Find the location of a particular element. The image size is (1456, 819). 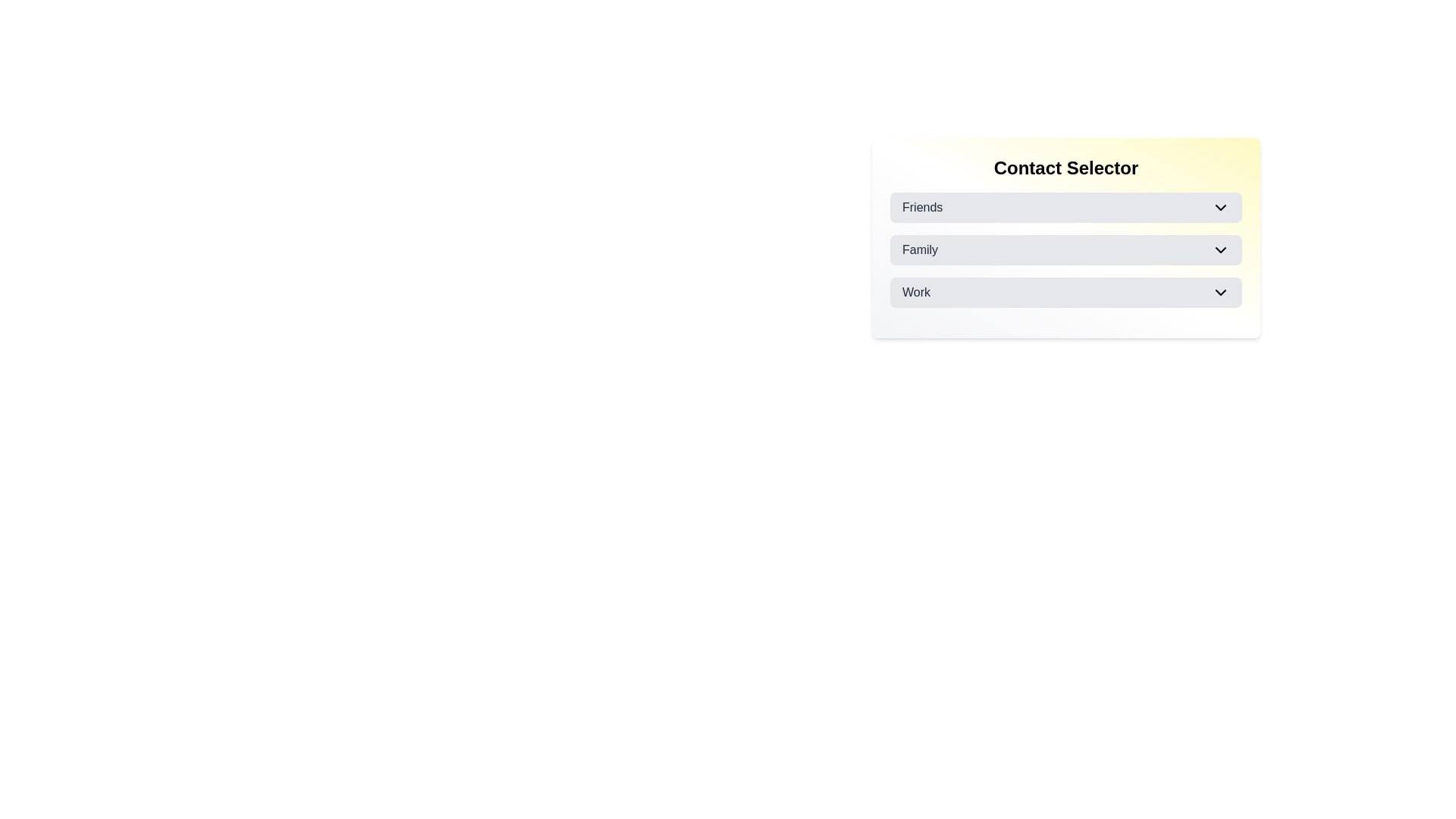

the downward-facing chevron icon located at the far right side of the 'Family' row in the dropdown menu is located at coordinates (1220, 249).